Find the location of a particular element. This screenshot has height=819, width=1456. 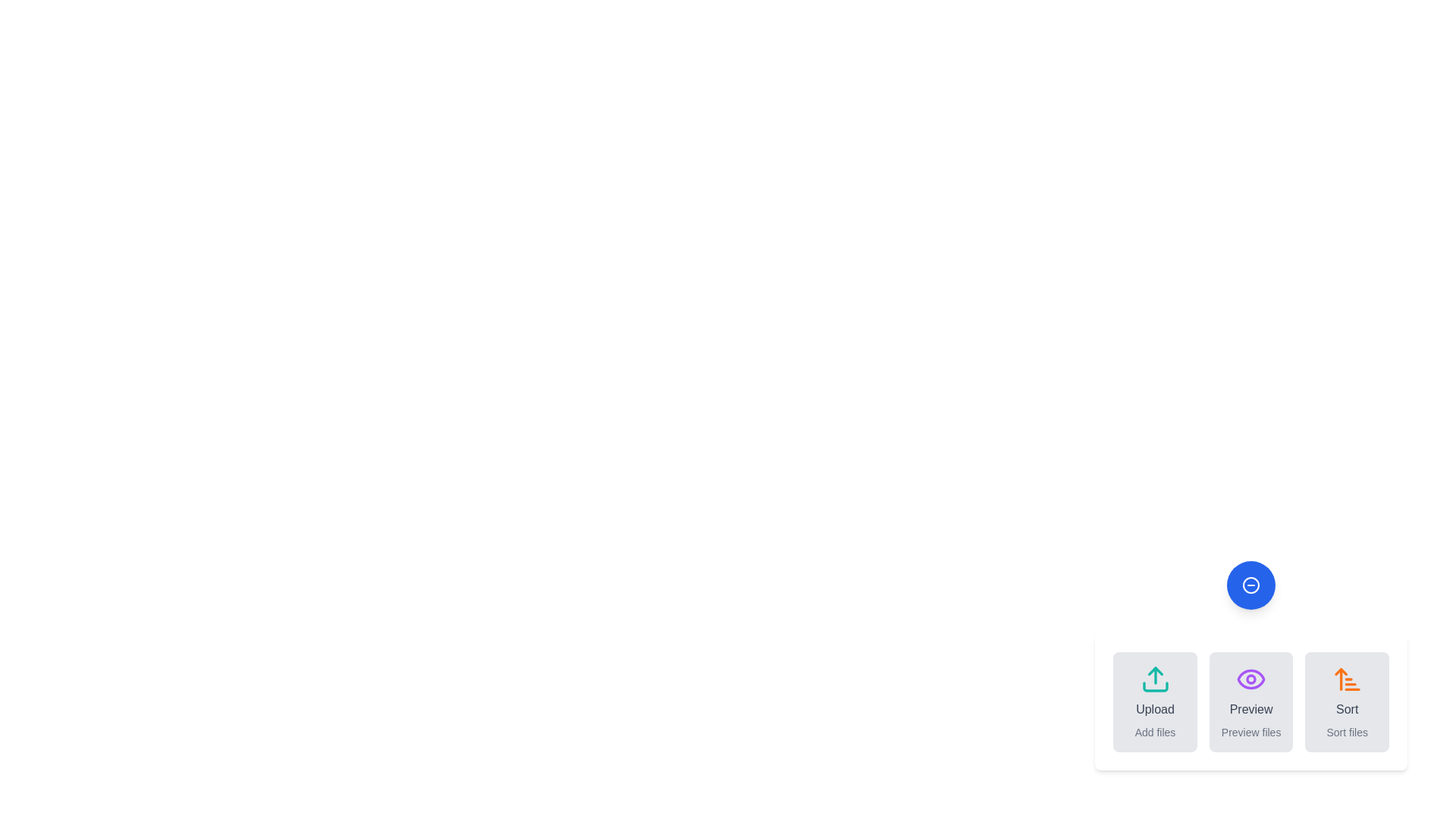

the 'Preview' button to trigger the preview action is located at coordinates (1251, 701).